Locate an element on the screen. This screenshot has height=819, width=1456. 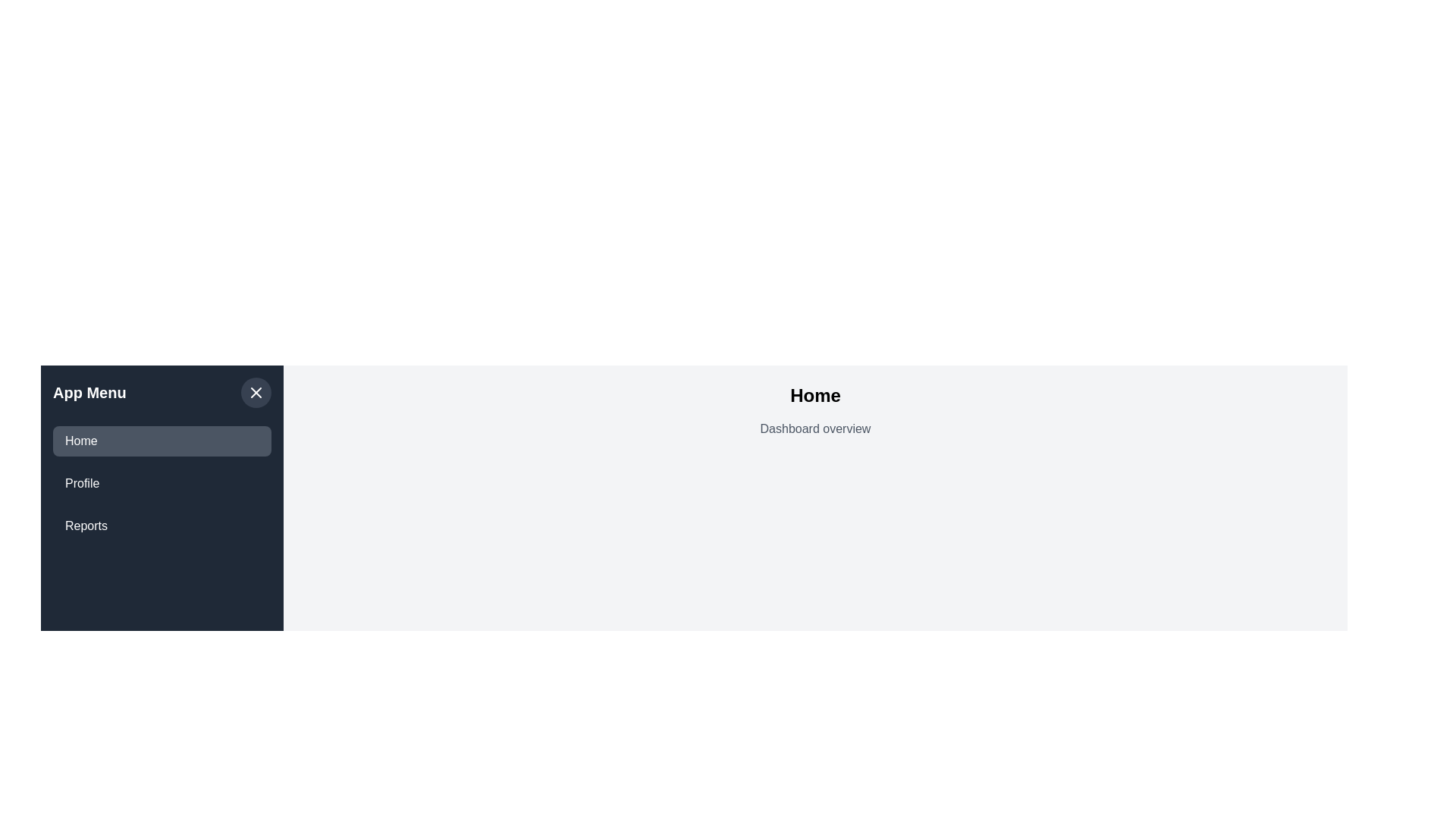
the feature Profile from the list is located at coordinates (162, 483).